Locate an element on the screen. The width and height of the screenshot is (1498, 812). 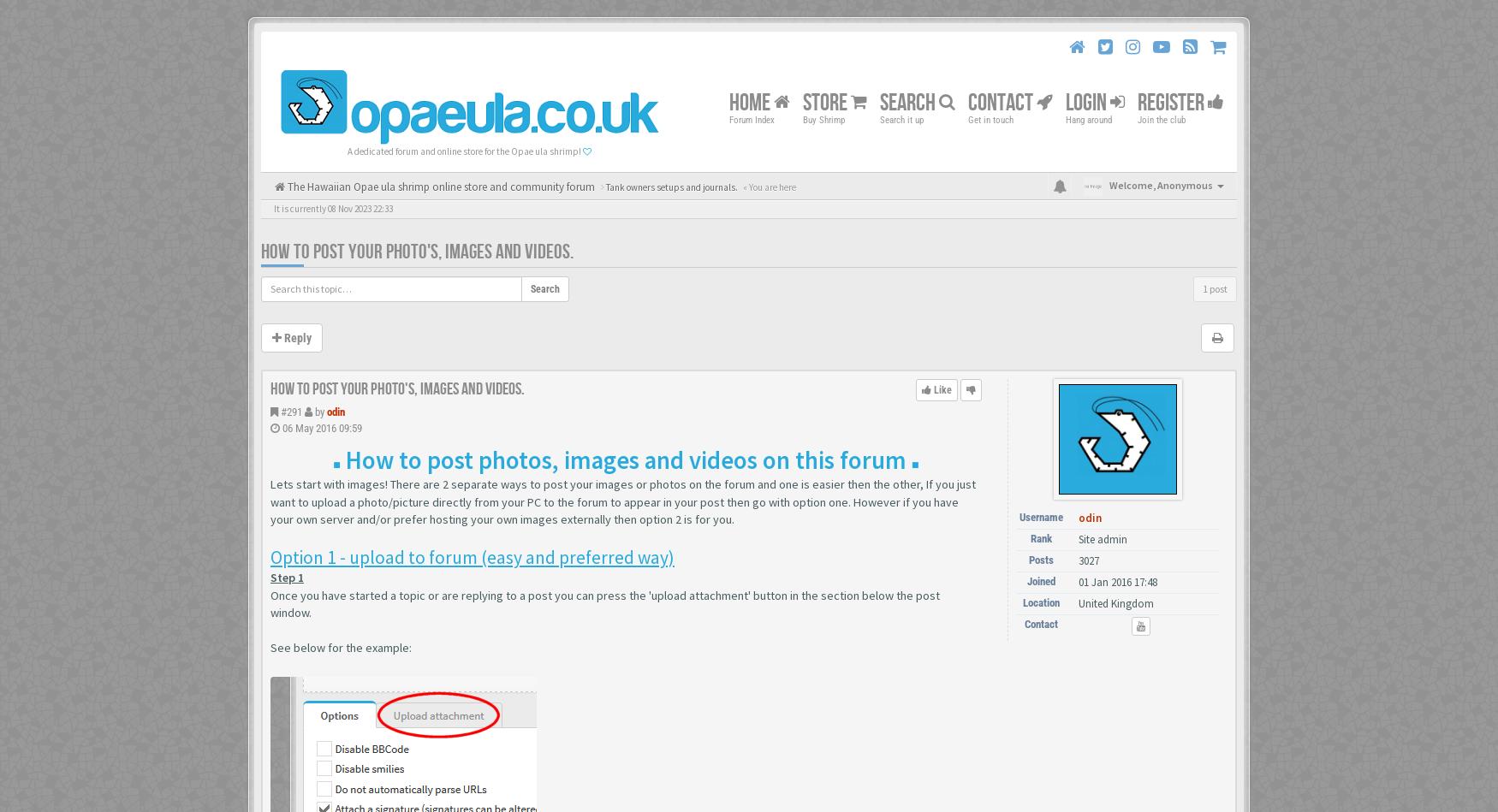
'Search it up' is located at coordinates (901, 119).